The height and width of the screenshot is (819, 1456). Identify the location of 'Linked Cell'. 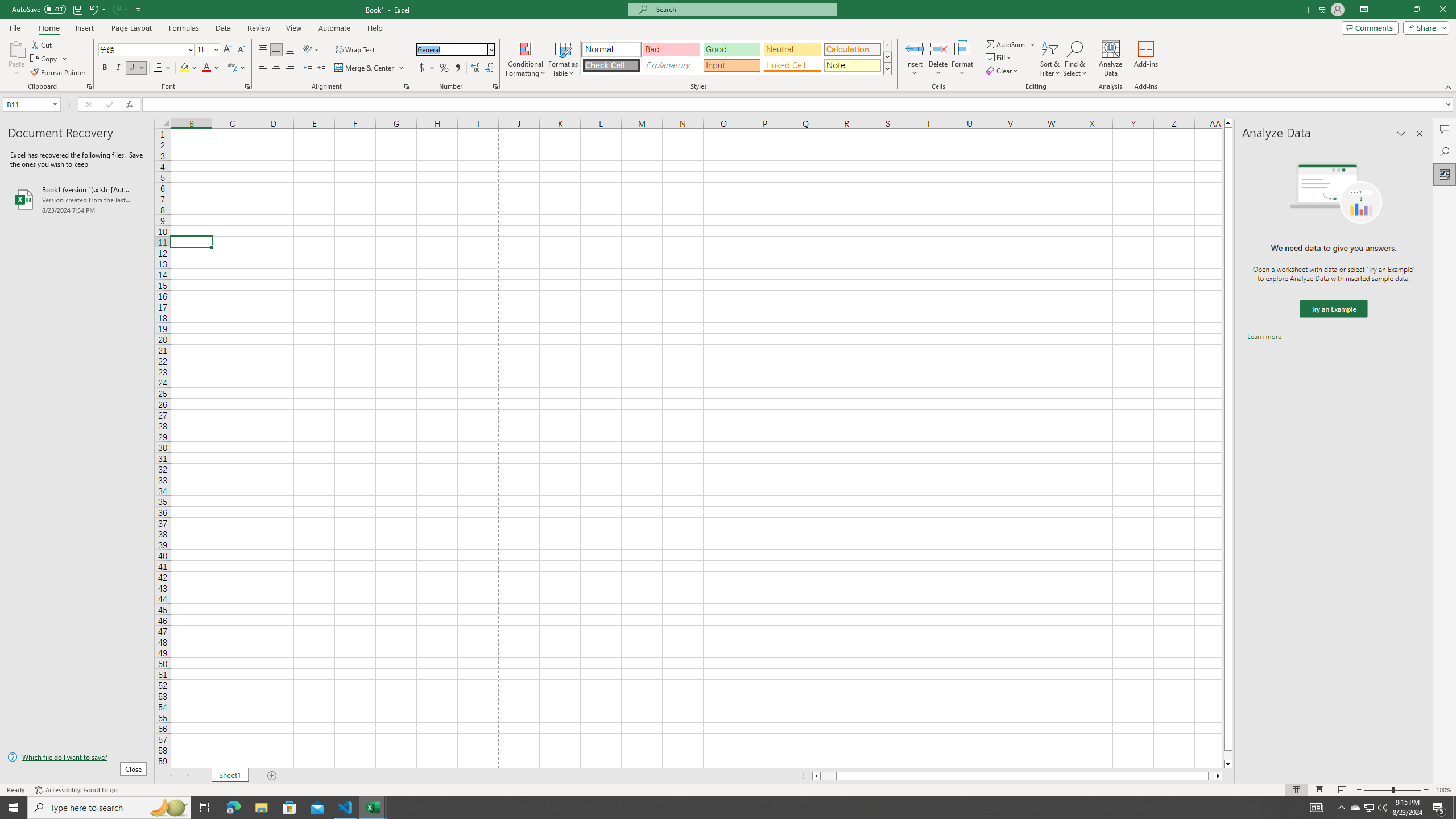
(791, 65).